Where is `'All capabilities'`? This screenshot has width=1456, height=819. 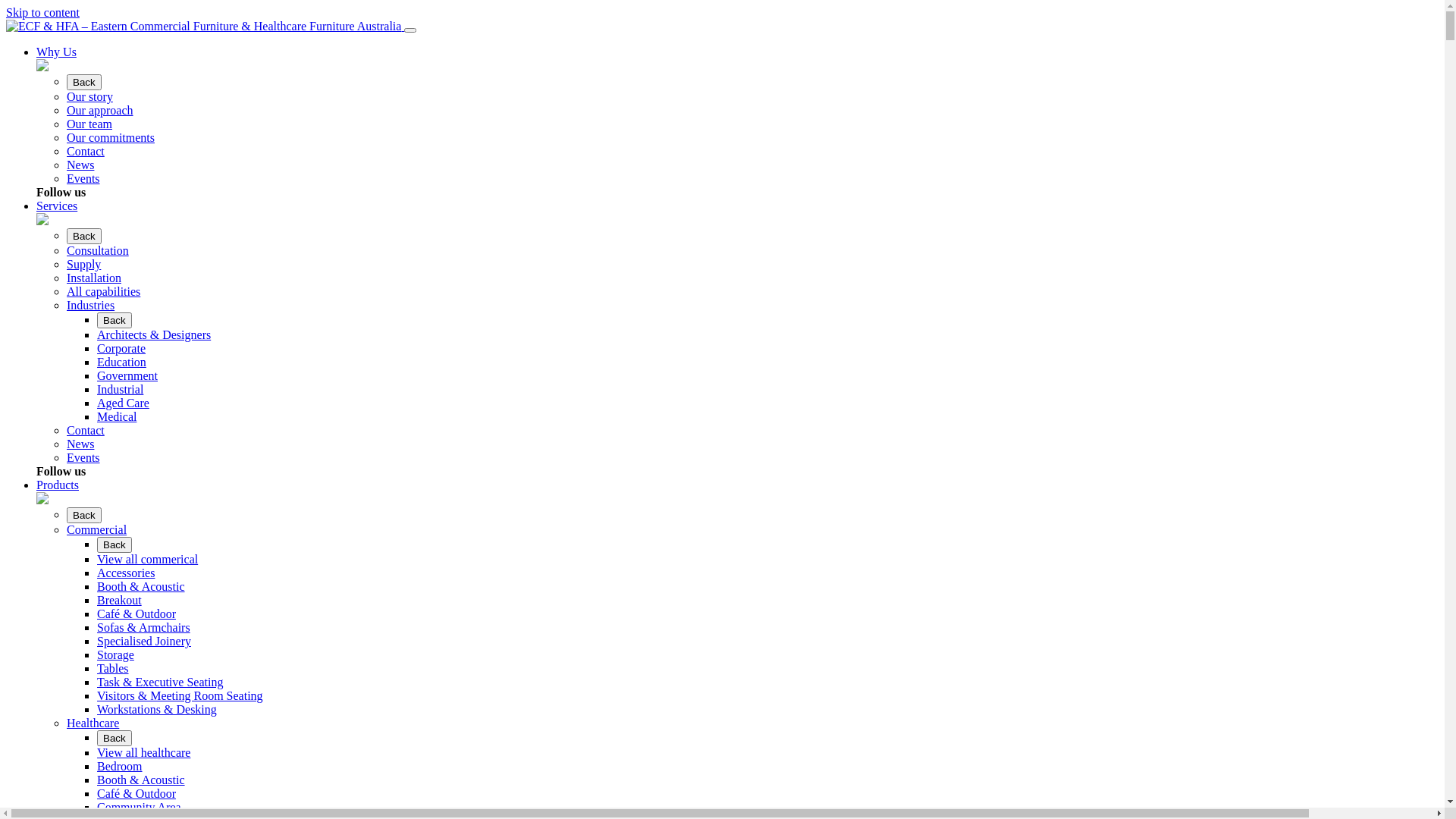
'All capabilities' is located at coordinates (102, 291).